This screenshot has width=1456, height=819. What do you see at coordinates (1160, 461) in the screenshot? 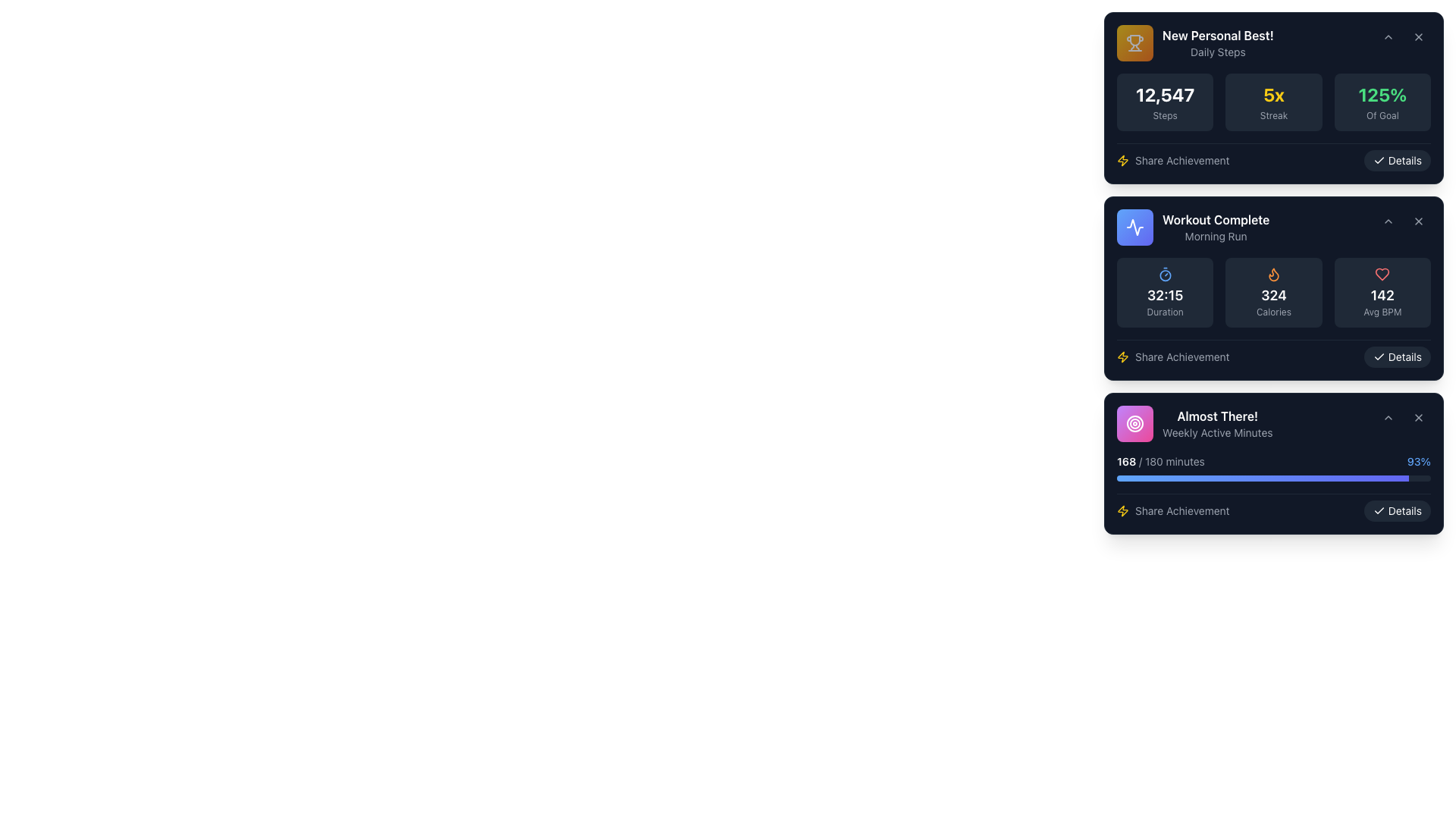
I see `the text label displaying '168 / 180 minutes', which is styled with gray text color and located in the bottom-most card of the vertical stack, near the top-left corner adjacent to a progress bar and a percentage value ('93%')` at bounding box center [1160, 461].